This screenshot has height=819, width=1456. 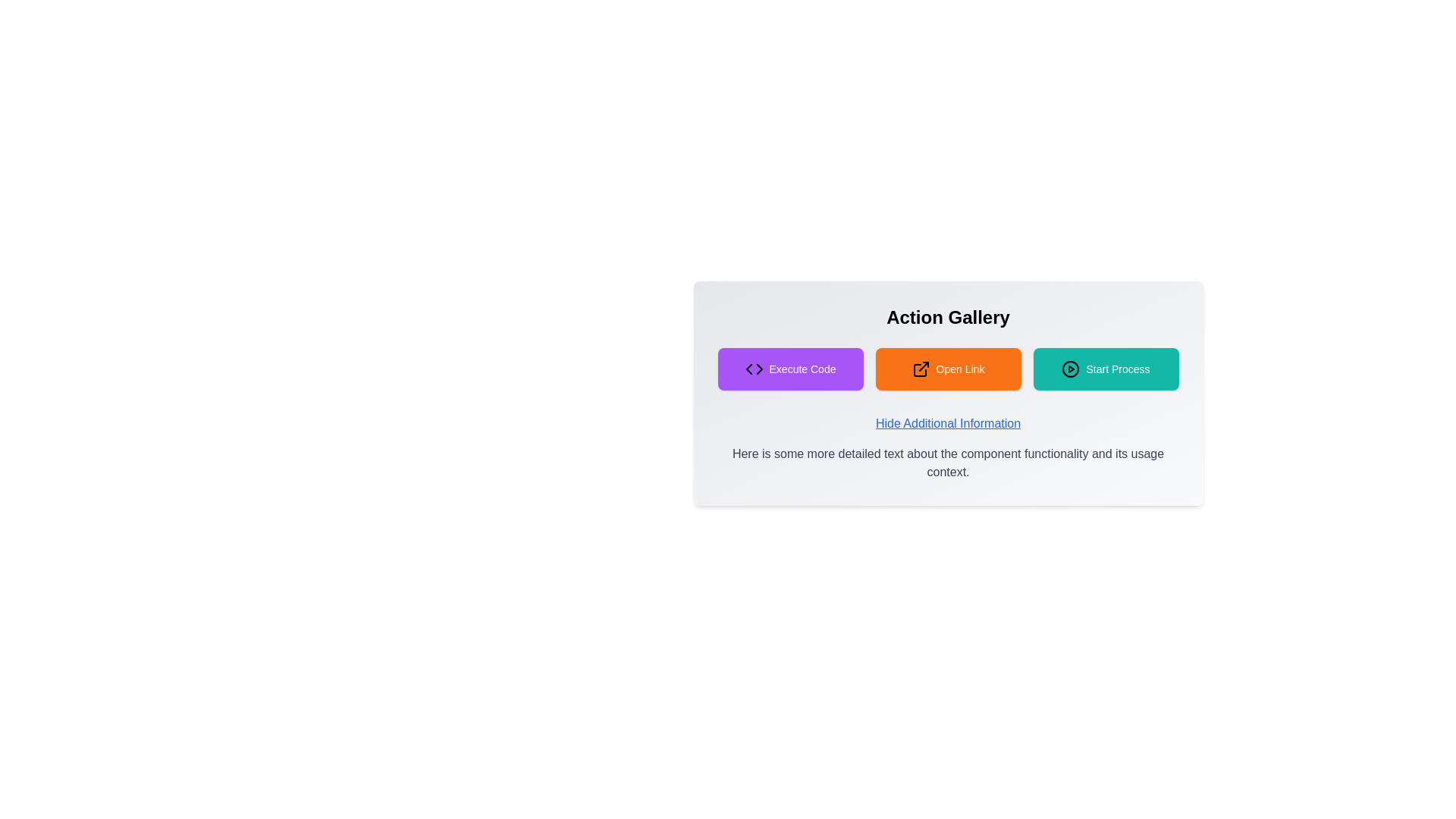 I want to click on the external link icon styled as an arrow within the 'Open Link' button, which is bright orange with rounded corners and white text, so click(x=920, y=369).